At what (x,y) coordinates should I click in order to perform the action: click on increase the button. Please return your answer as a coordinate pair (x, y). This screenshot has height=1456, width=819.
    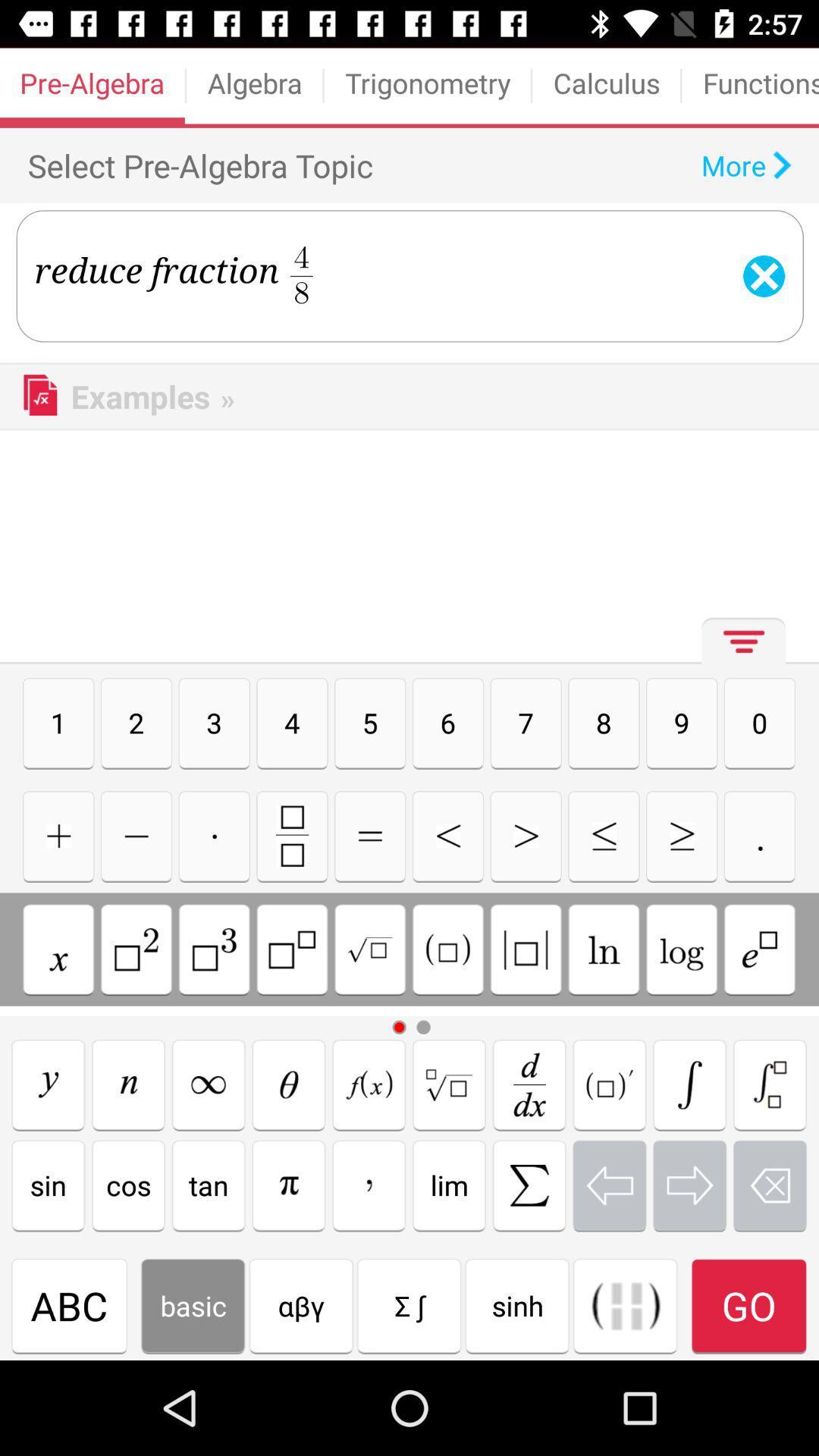
    Looking at the image, I should click on (525, 835).